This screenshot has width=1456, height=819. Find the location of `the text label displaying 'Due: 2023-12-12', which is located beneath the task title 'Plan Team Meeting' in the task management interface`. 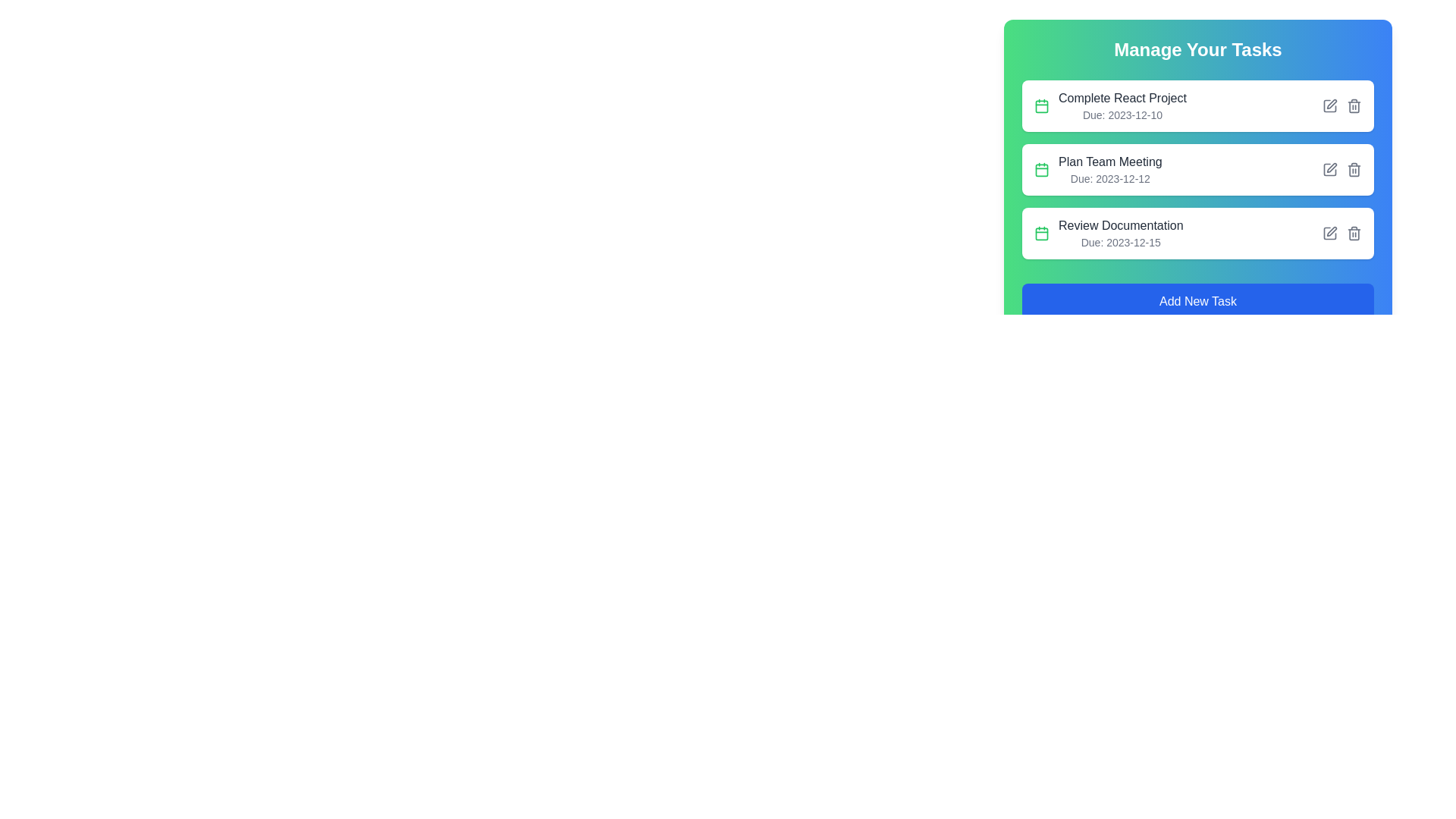

the text label displaying 'Due: 2023-12-12', which is located beneath the task title 'Plan Team Meeting' in the task management interface is located at coordinates (1110, 177).